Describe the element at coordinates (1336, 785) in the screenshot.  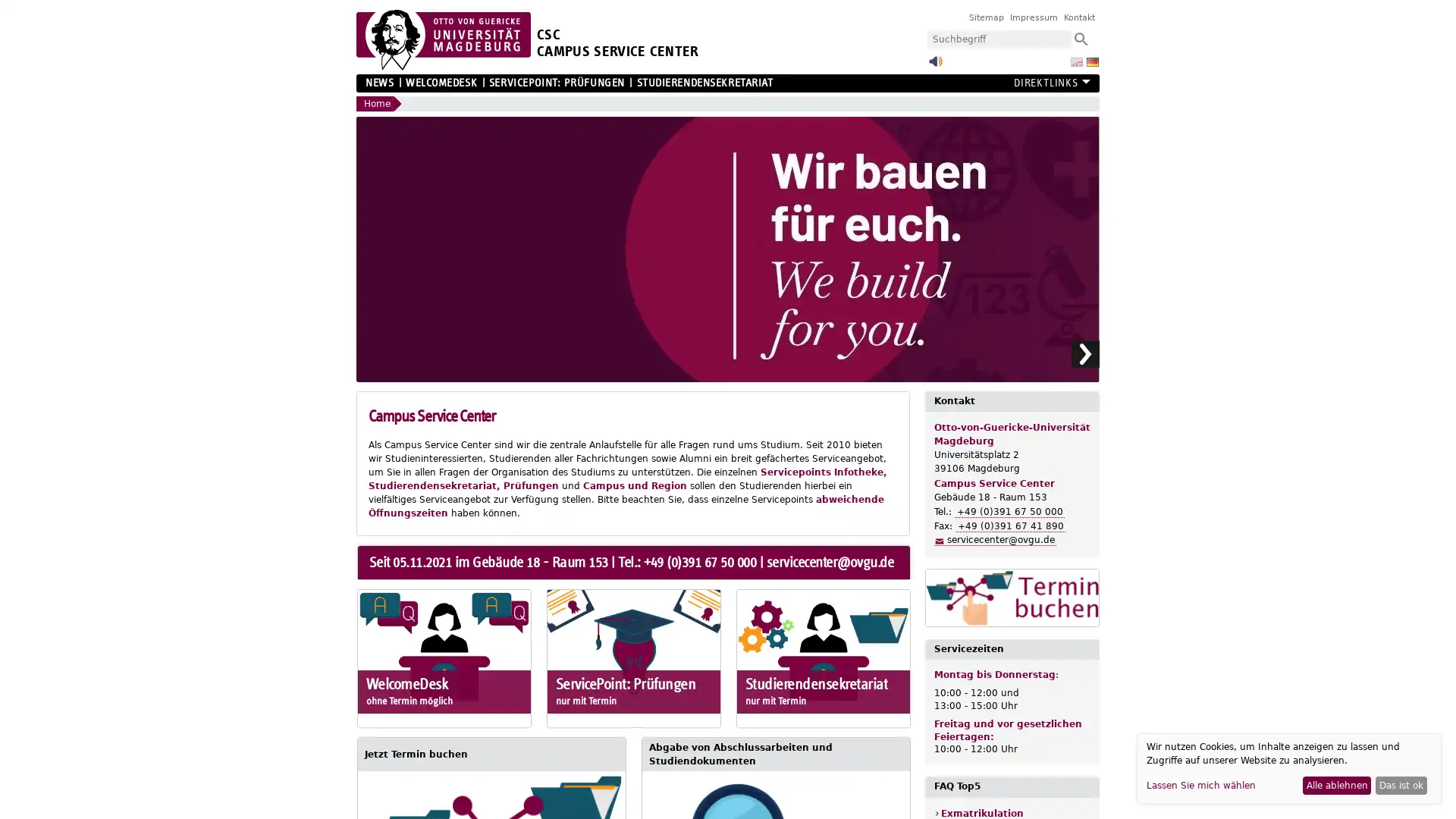
I see `Alle ablehnen` at that location.